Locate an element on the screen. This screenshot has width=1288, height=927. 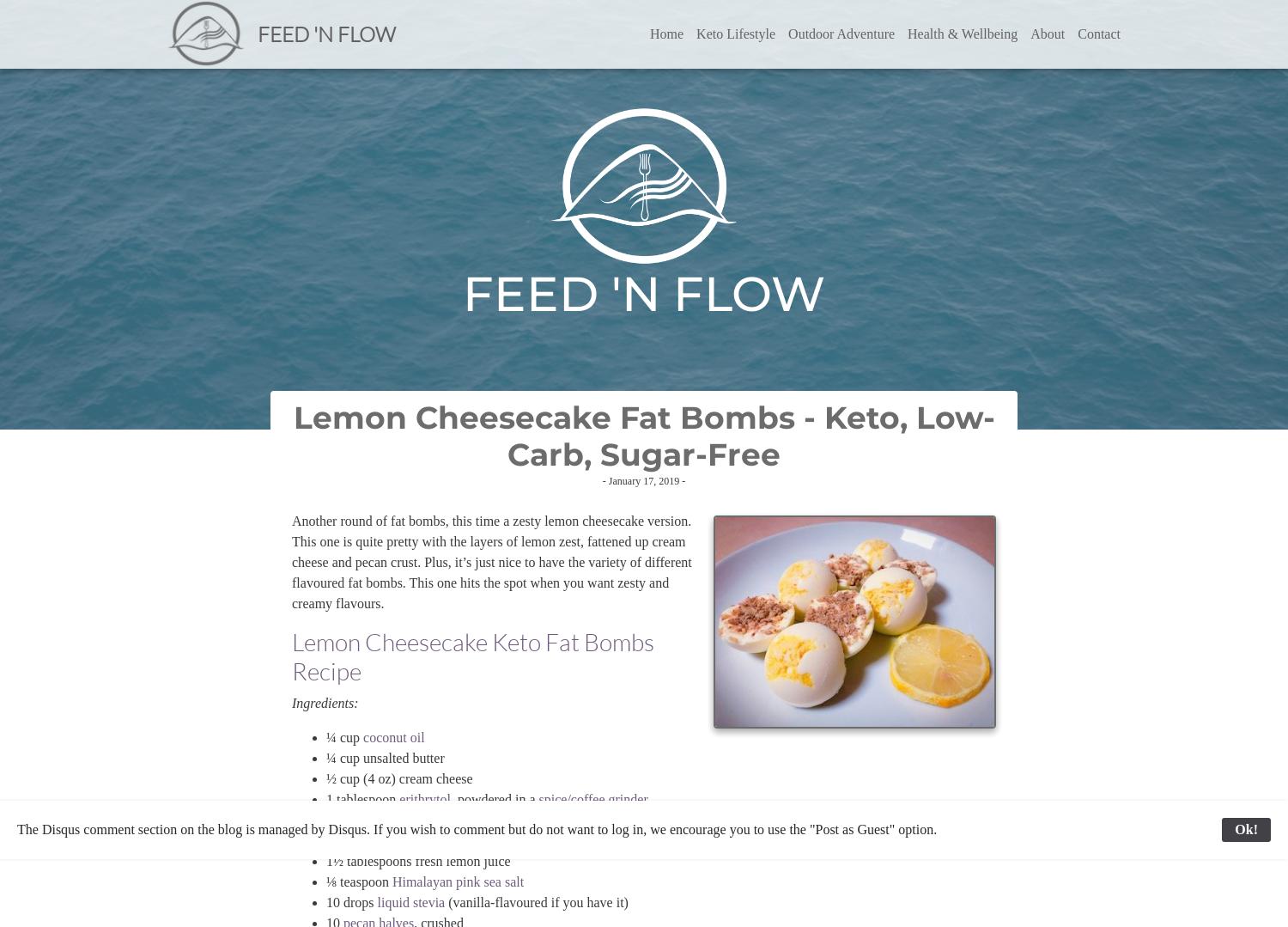
'Lemon Cheesecake Fat Bombs - Keto, Low-Carb, Sugar-Free' is located at coordinates (642, 436).